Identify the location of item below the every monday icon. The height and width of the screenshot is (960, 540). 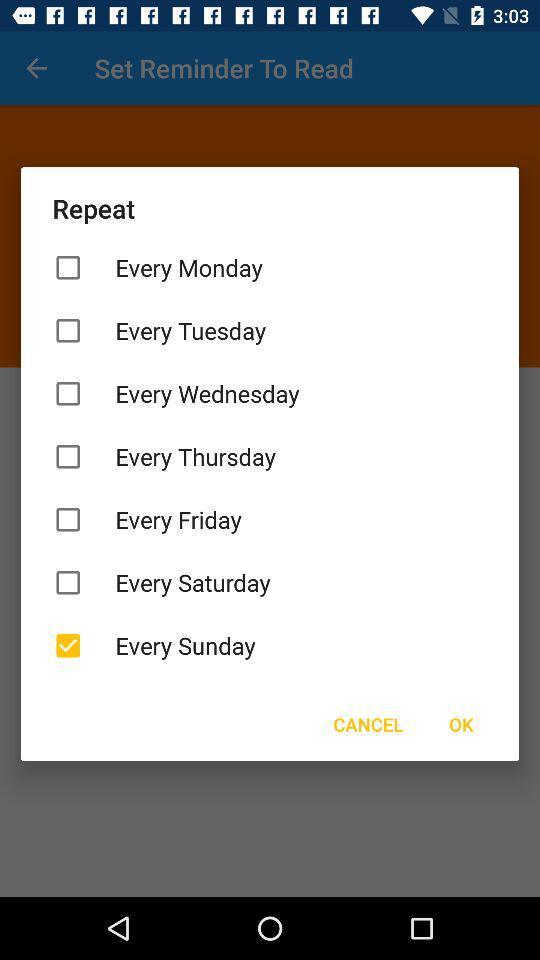
(270, 330).